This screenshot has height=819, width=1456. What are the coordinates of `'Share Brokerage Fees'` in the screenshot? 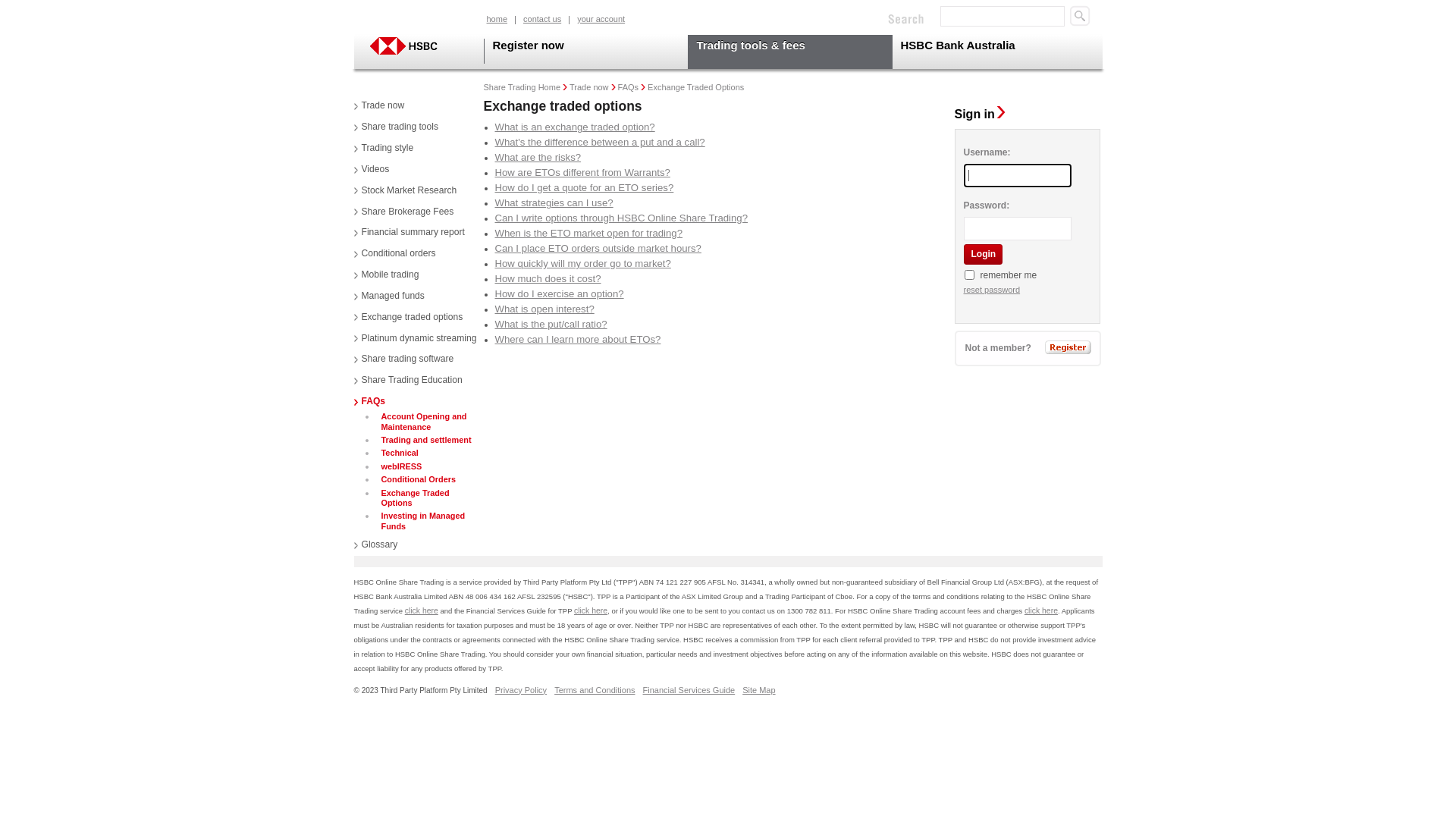 It's located at (403, 212).